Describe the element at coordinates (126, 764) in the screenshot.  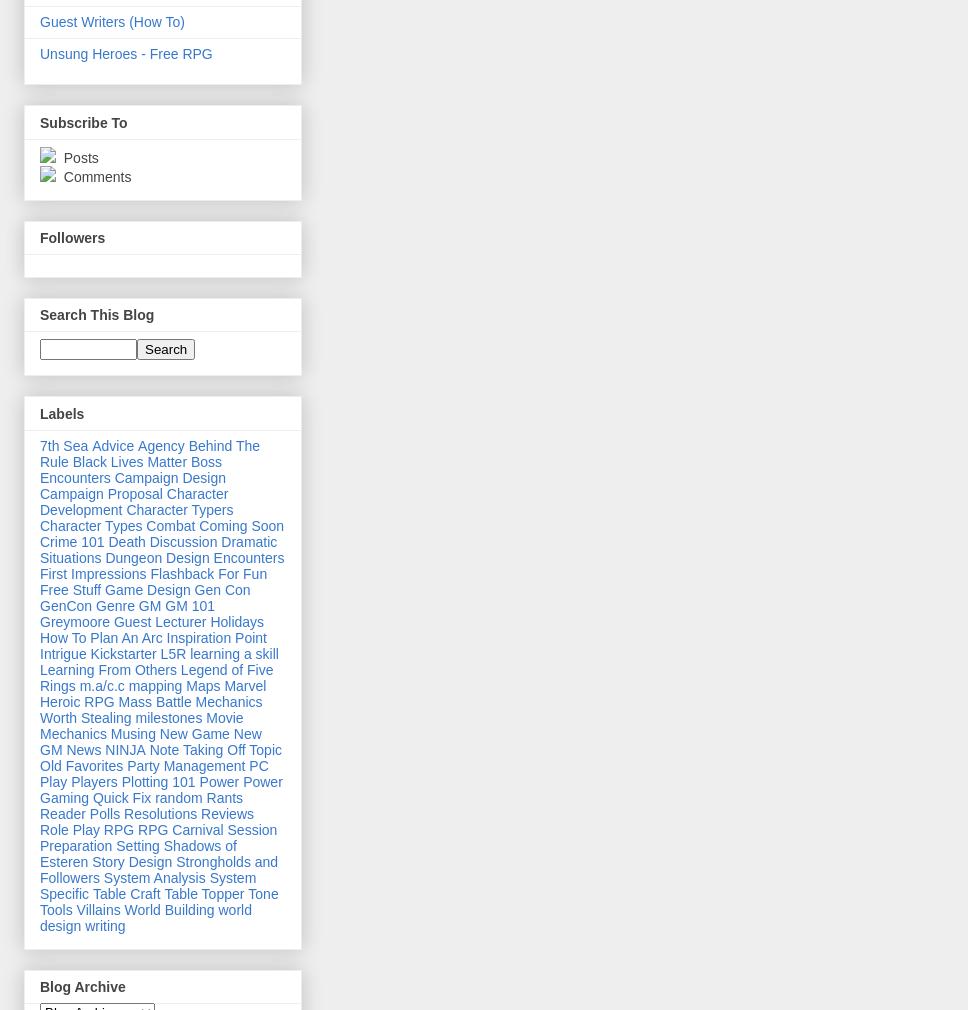
I see `'Party Management'` at that location.